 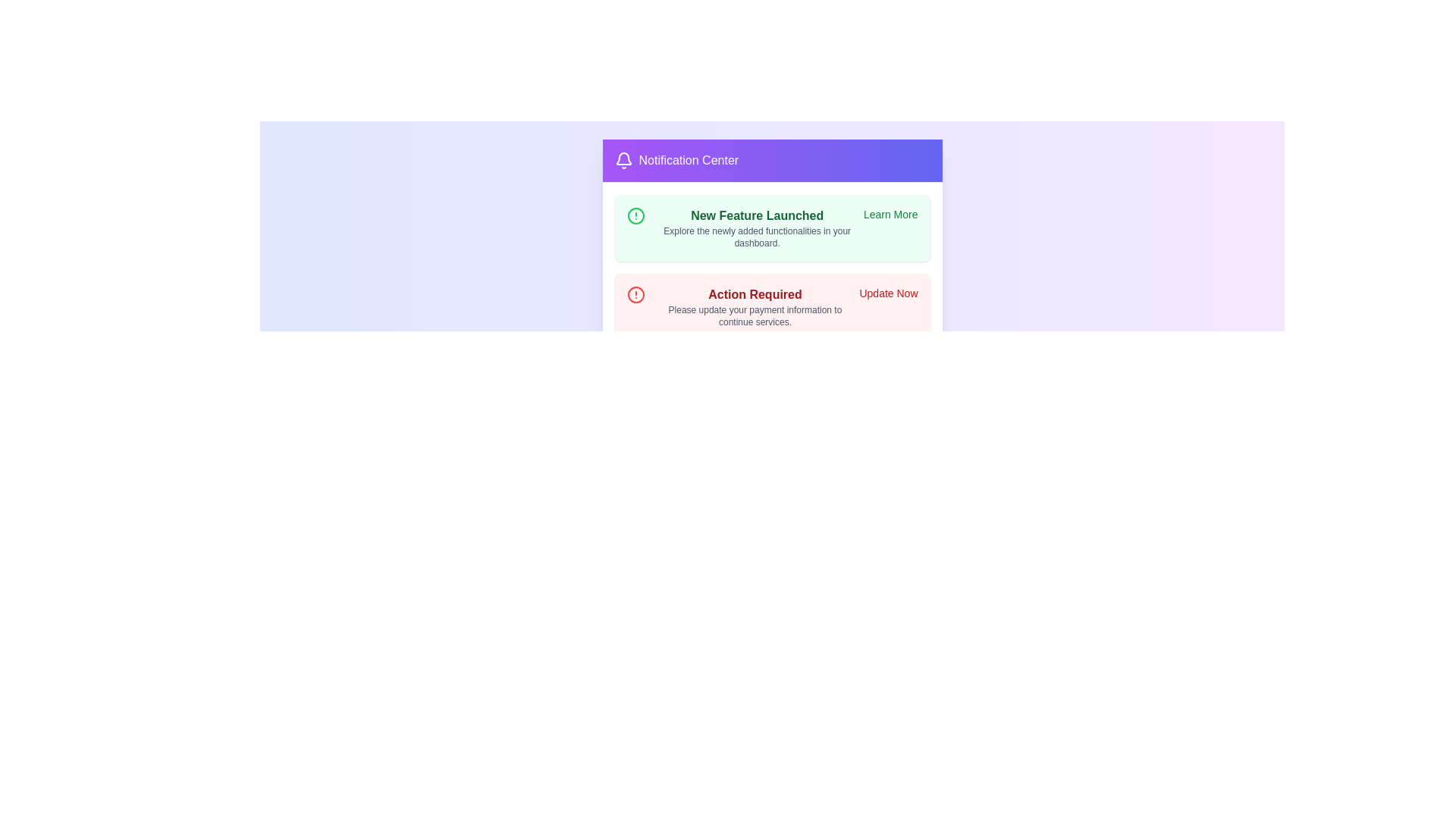 What do you see at coordinates (623, 161) in the screenshot?
I see `the notification icon located to the left of the 'Notification Center' text in the purple header section` at bounding box center [623, 161].